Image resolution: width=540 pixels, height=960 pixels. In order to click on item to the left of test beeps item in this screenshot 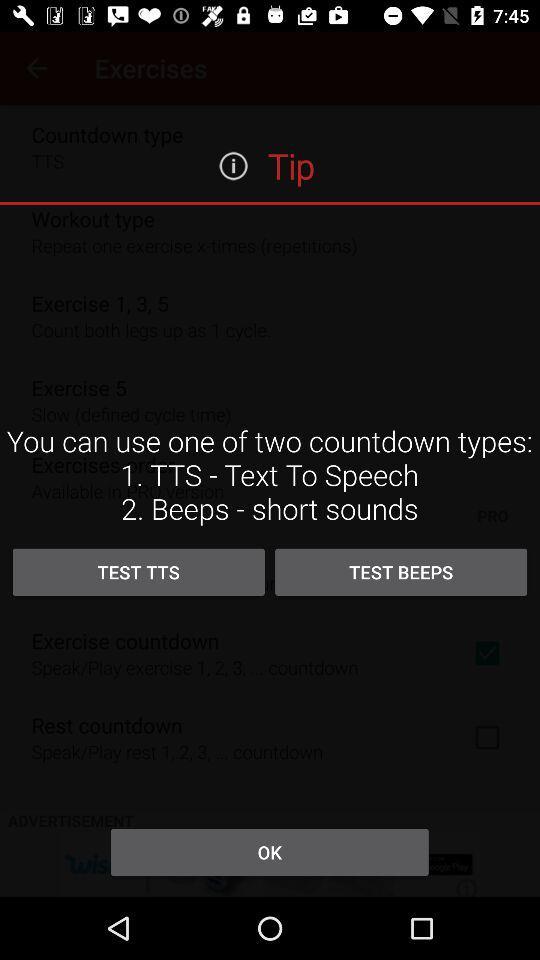, I will do `click(137, 572)`.